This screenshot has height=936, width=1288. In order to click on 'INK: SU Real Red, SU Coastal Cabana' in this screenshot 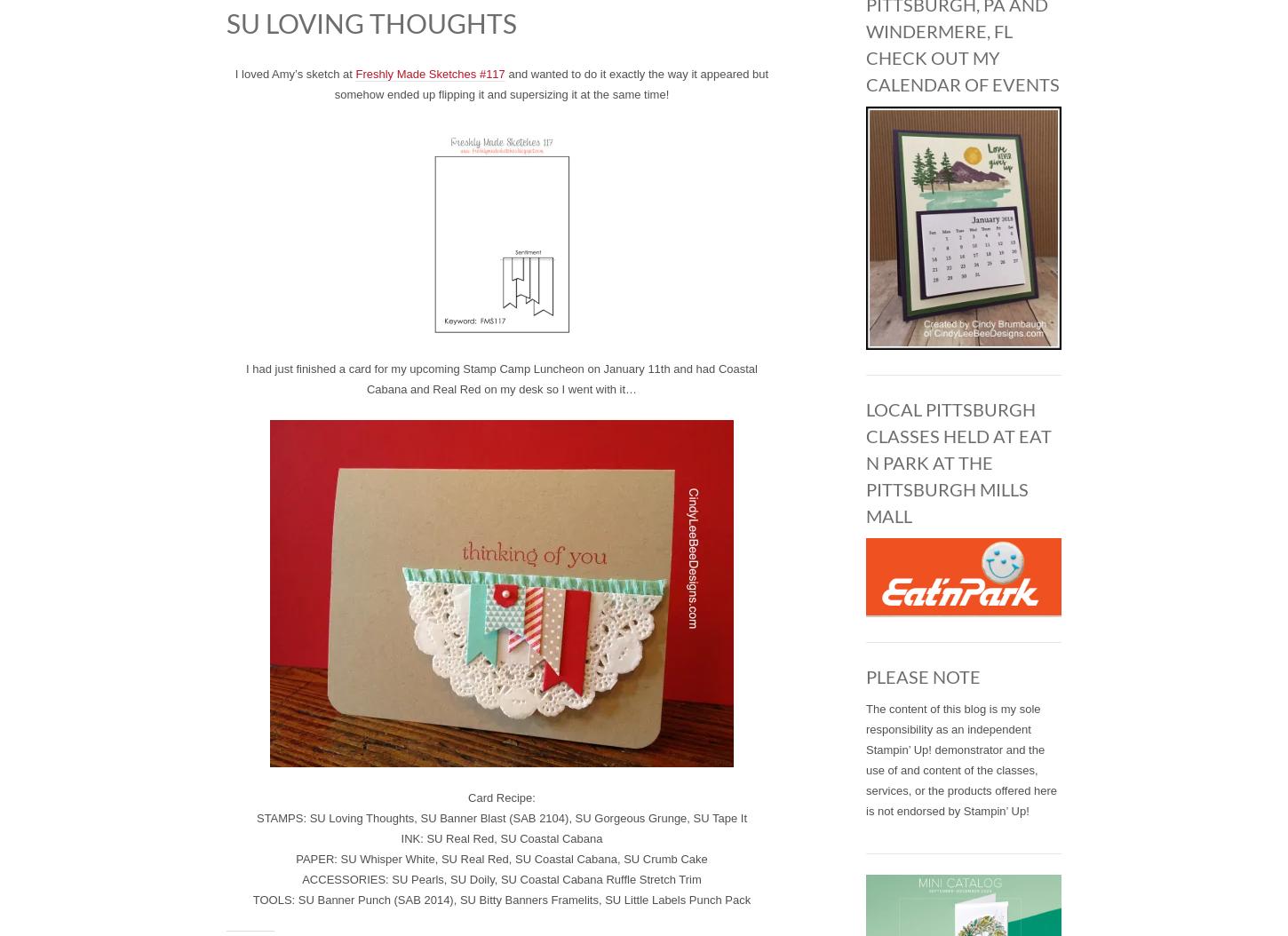, I will do `click(501, 837)`.